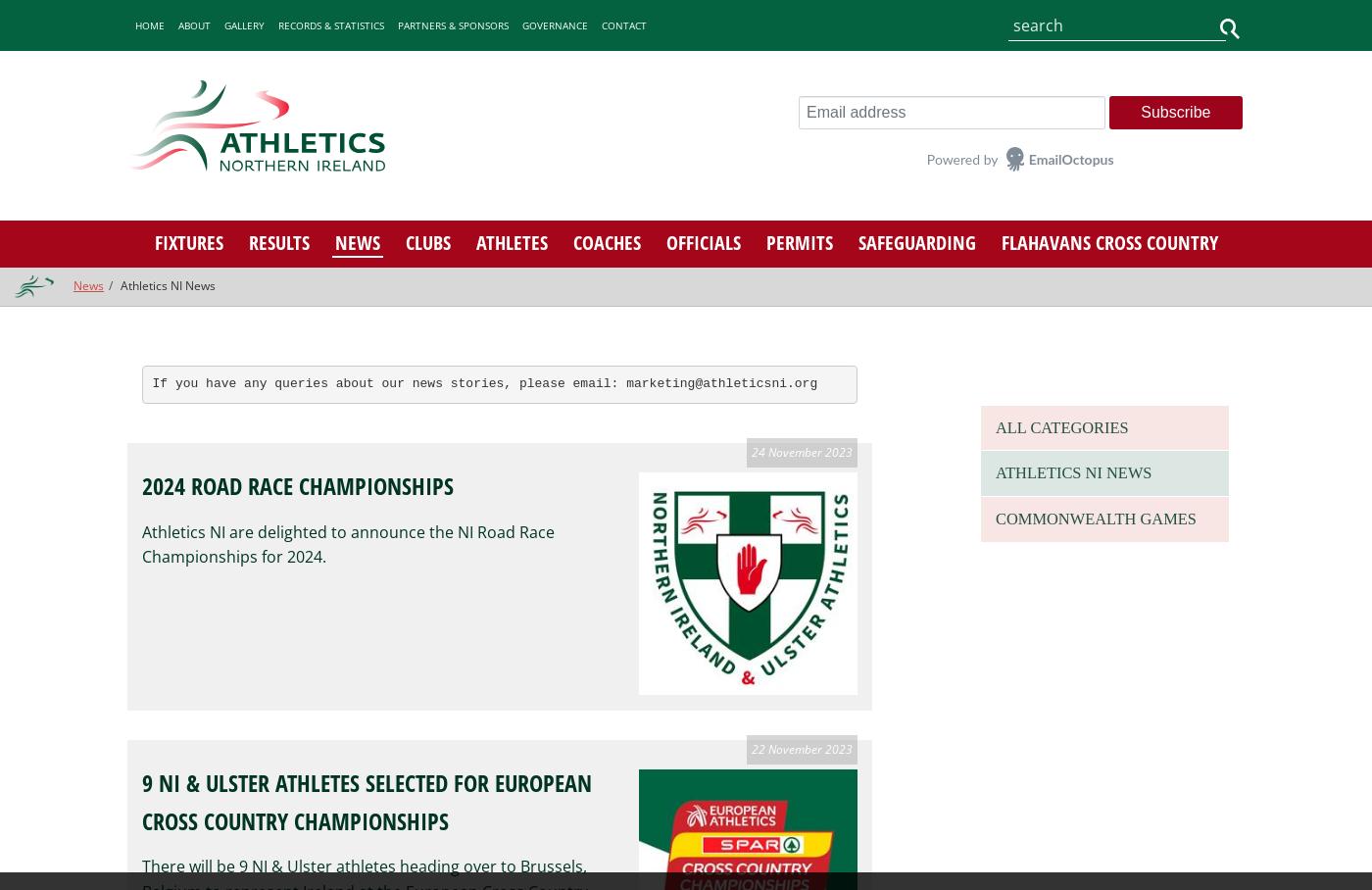 The width and height of the screenshot is (1372, 890). I want to click on 'All Categories', so click(1053, 426).